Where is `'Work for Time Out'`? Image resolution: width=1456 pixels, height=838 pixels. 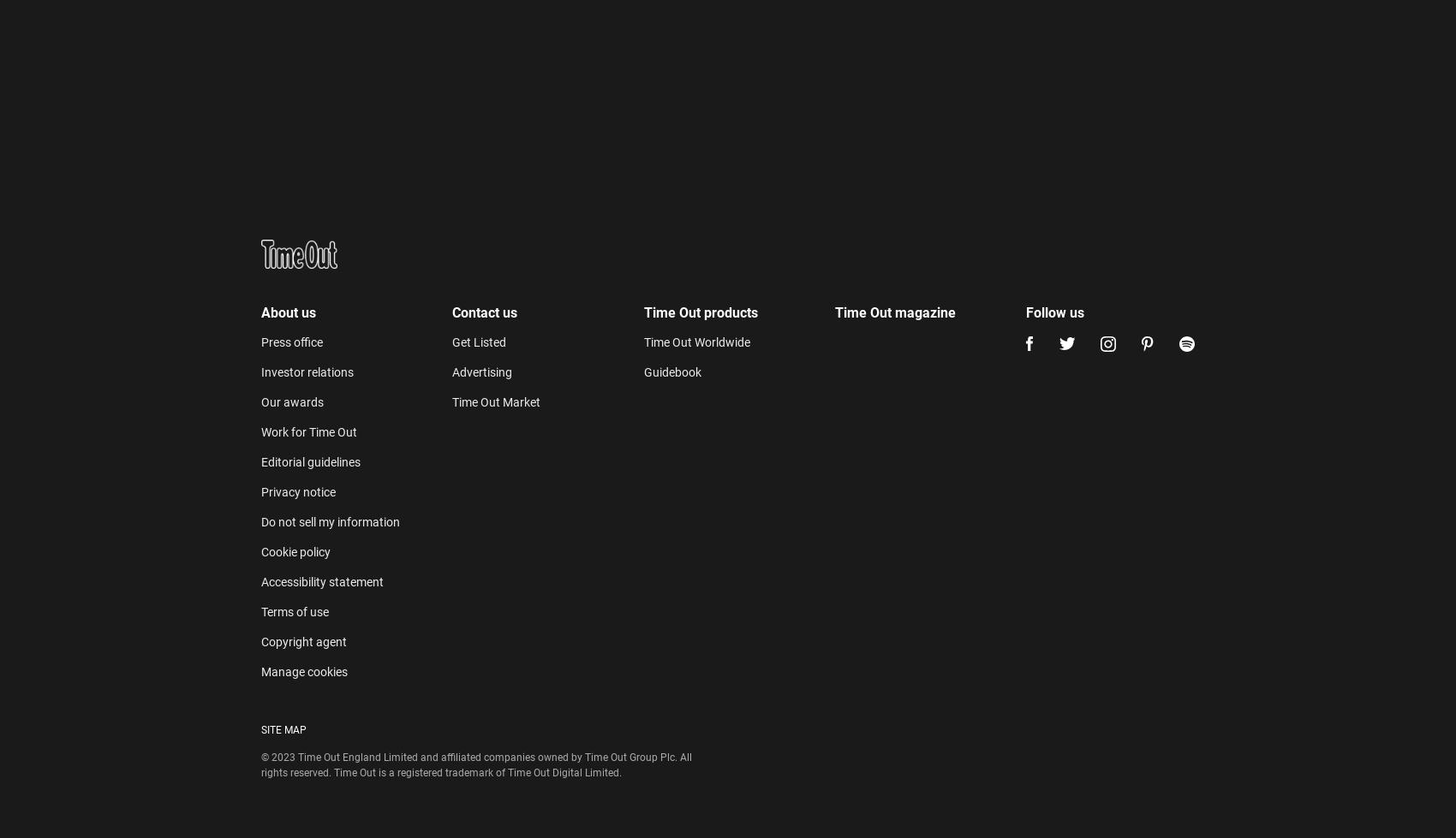
'Work for Time Out' is located at coordinates (308, 54).